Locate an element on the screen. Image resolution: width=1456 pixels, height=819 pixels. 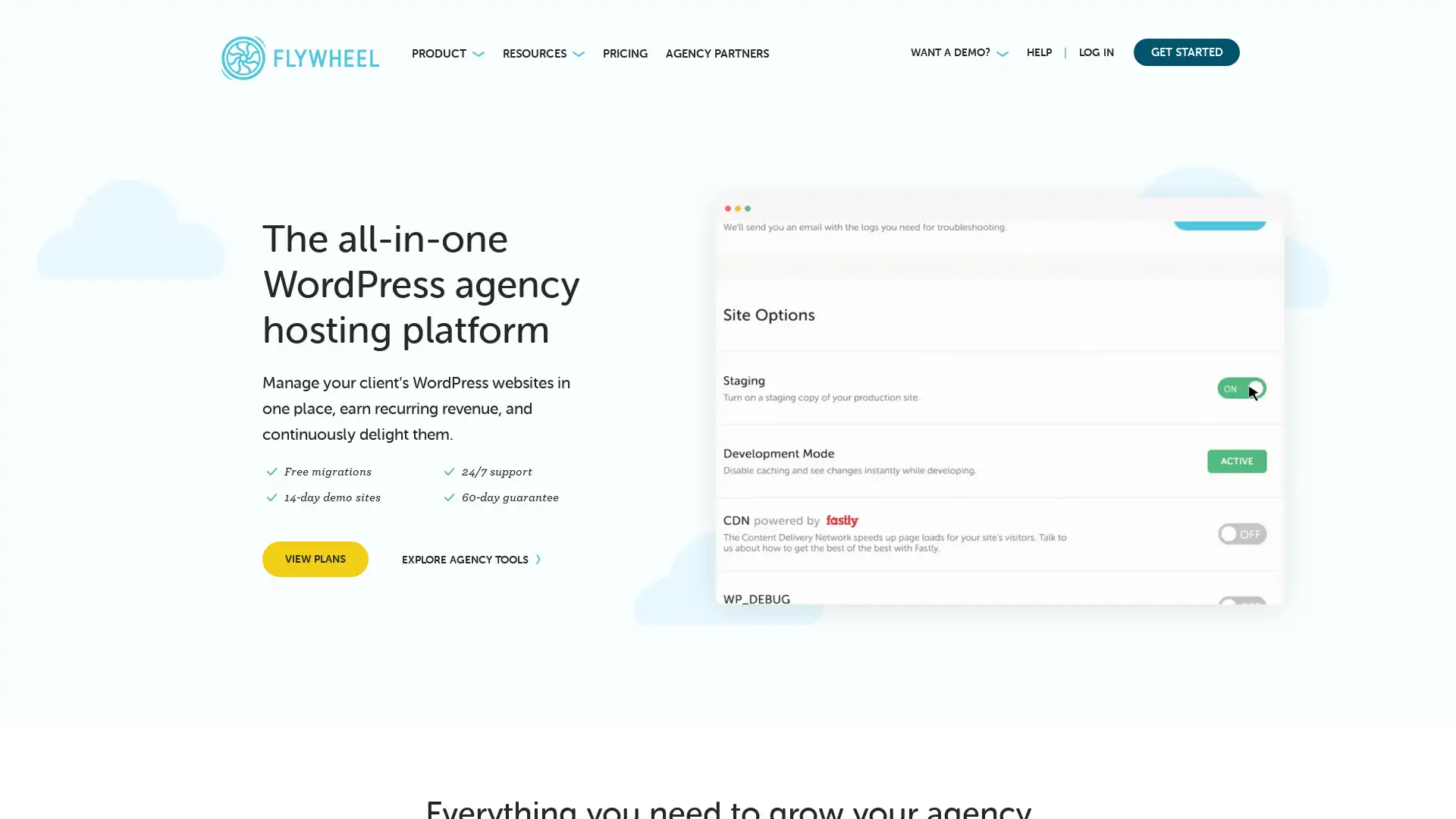
Close is located at coordinates (1433, 19).